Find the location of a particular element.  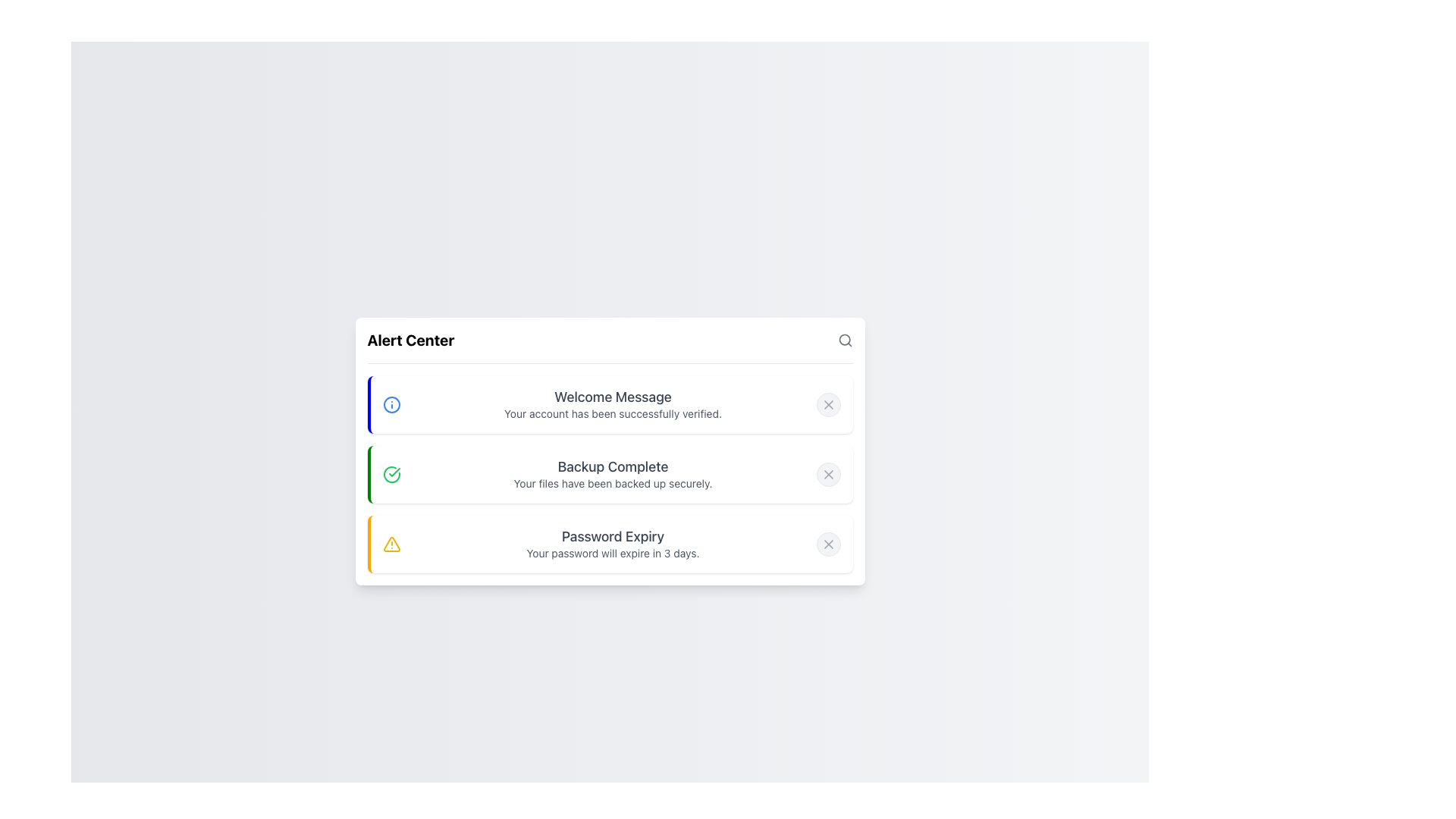

the magnifying glass icon representing the search feature located at the top right corner of the Alert Center panel, adjacent to the title text 'Alert Center' is located at coordinates (844, 339).